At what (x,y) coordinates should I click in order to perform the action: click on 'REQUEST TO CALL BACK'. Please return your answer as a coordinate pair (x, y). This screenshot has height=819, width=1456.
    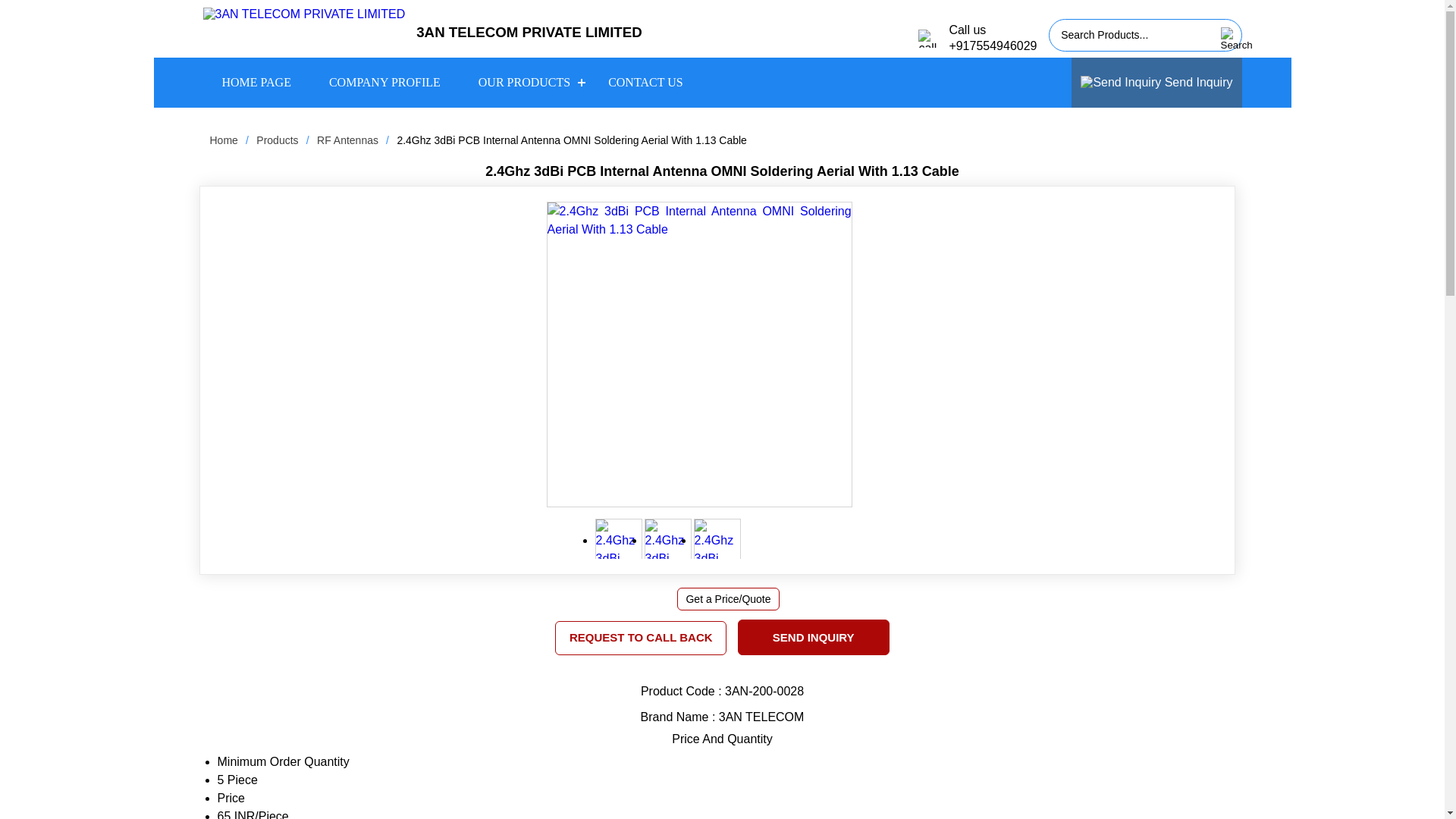
    Looking at the image, I should click on (554, 637).